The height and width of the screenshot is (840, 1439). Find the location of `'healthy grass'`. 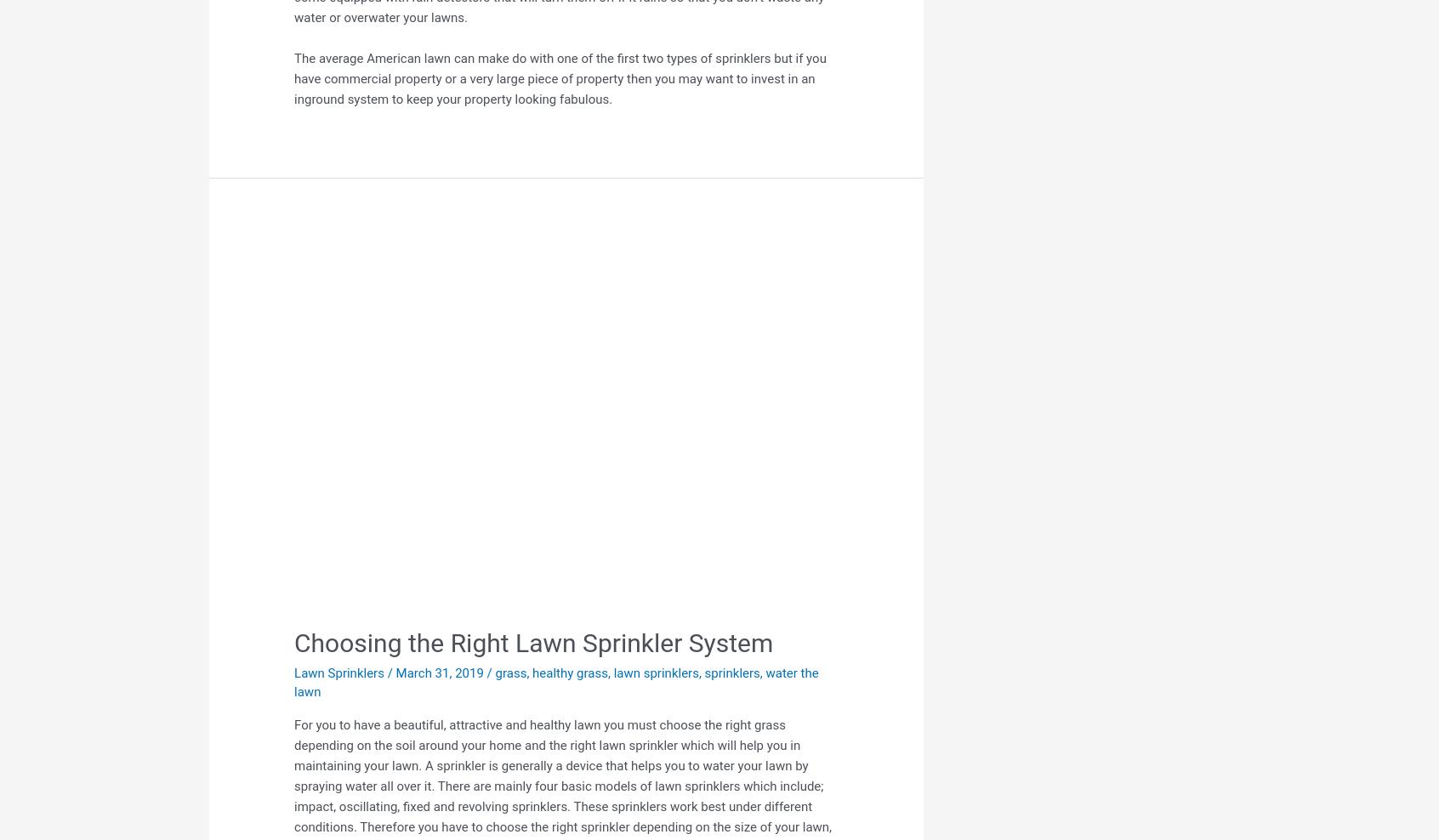

'healthy grass' is located at coordinates (570, 672).